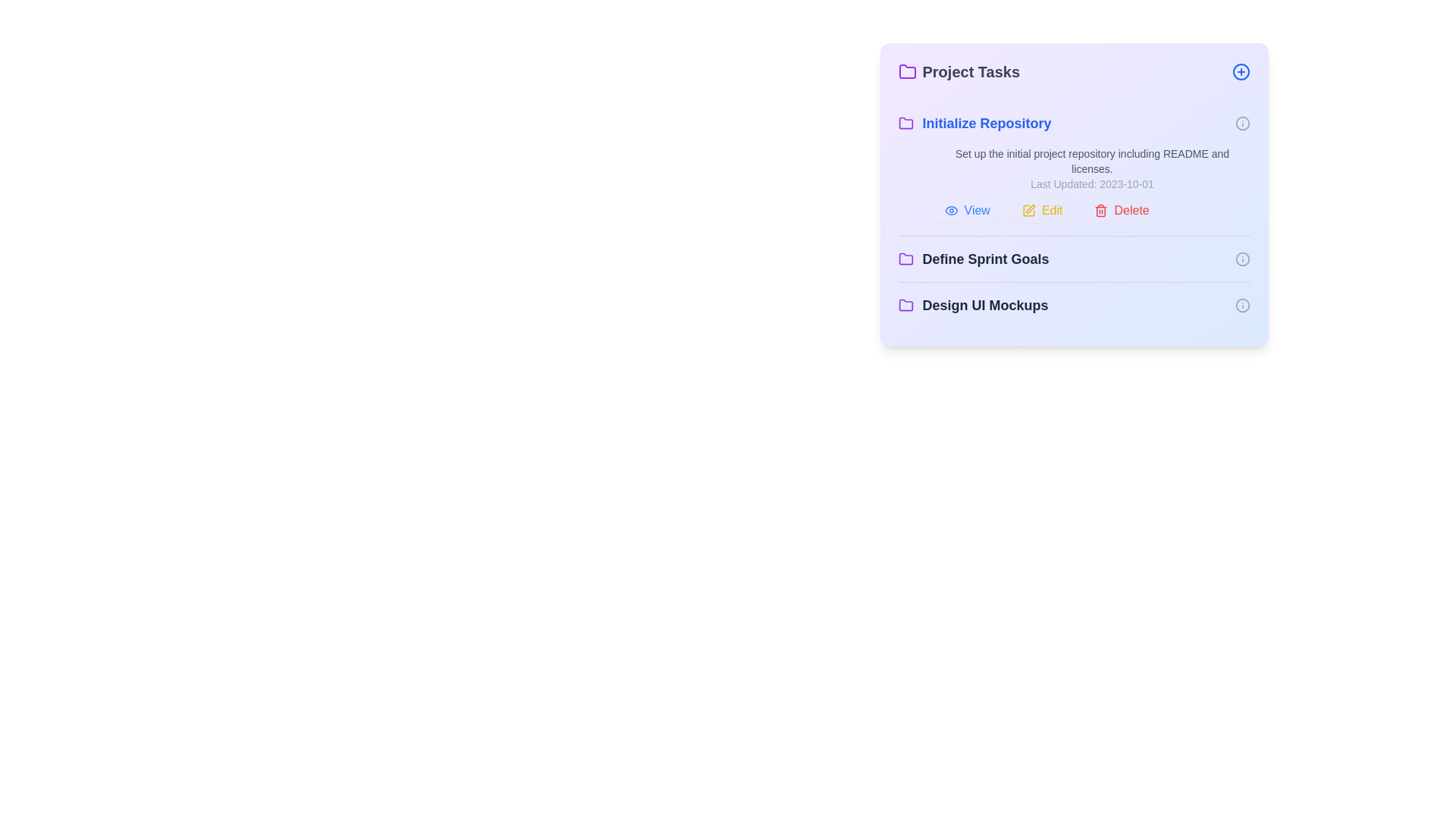 This screenshot has height=819, width=1456. I want to click on the folder icon representing the grouping of tasks under the 'Project Tasks' category by moving the cursor to its center, so click(905, 305).